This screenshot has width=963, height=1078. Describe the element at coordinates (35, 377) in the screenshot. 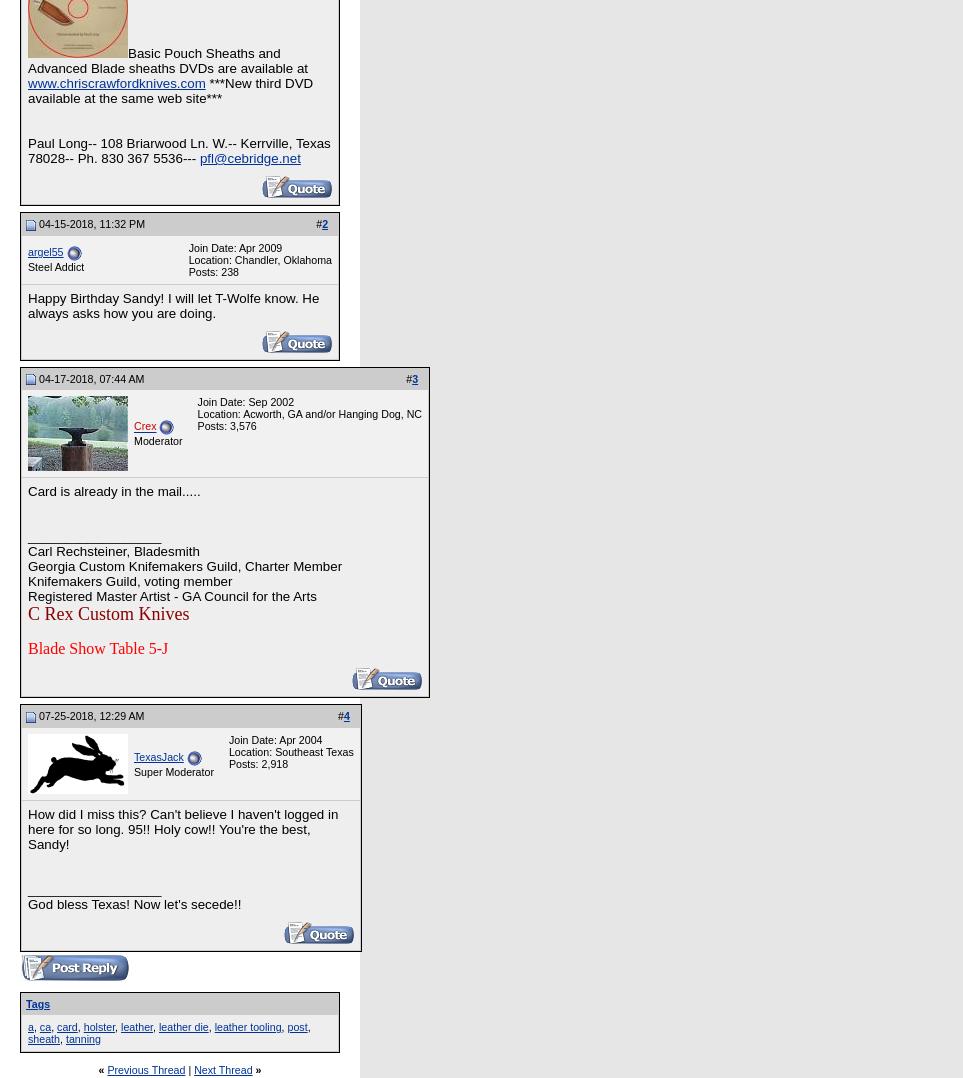

I see `'04-17-2018, 07:44 AM'` at that location.